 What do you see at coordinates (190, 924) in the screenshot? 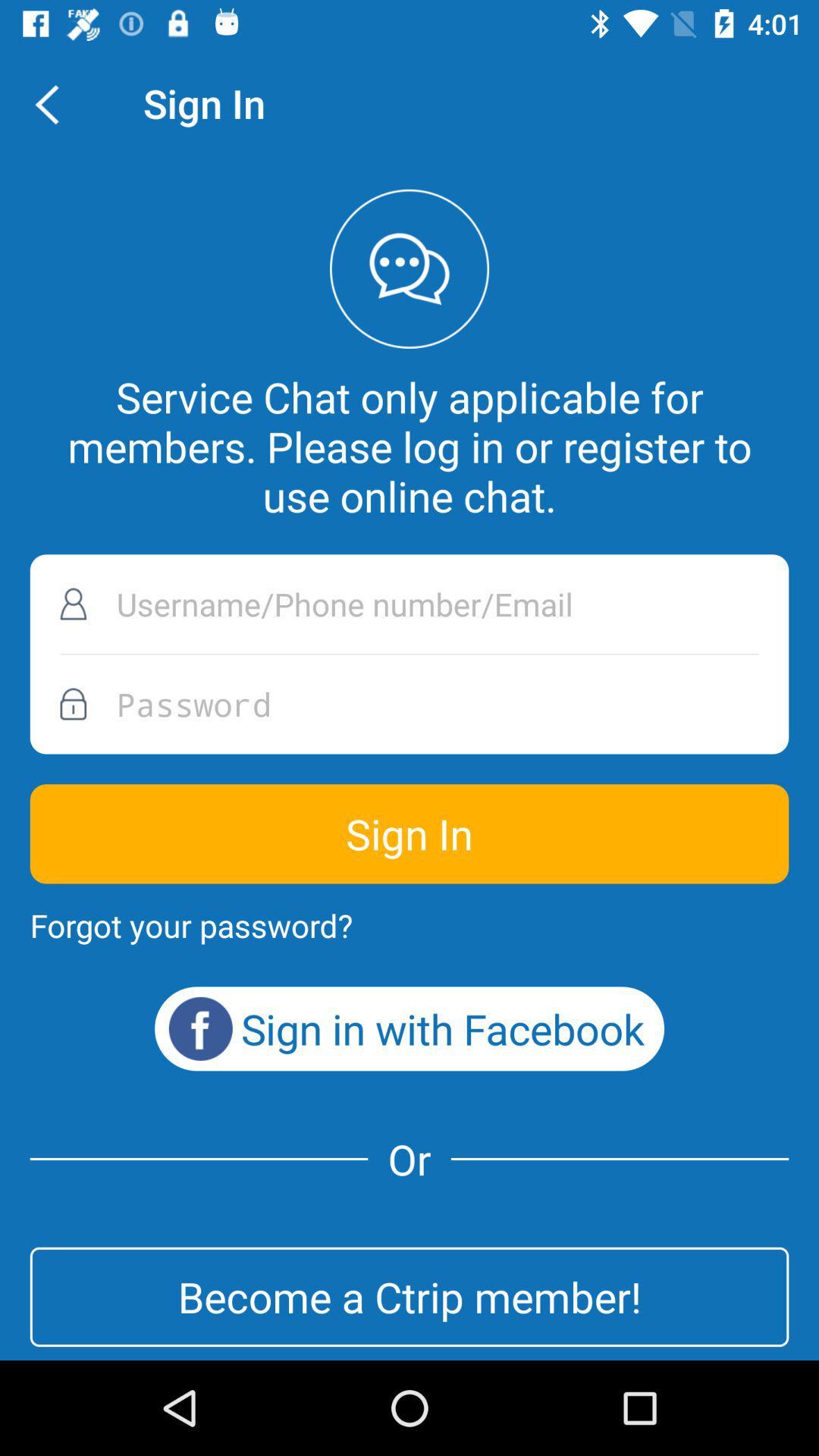
I see `forgot your password? on the left` at bounding box center [190, 924].